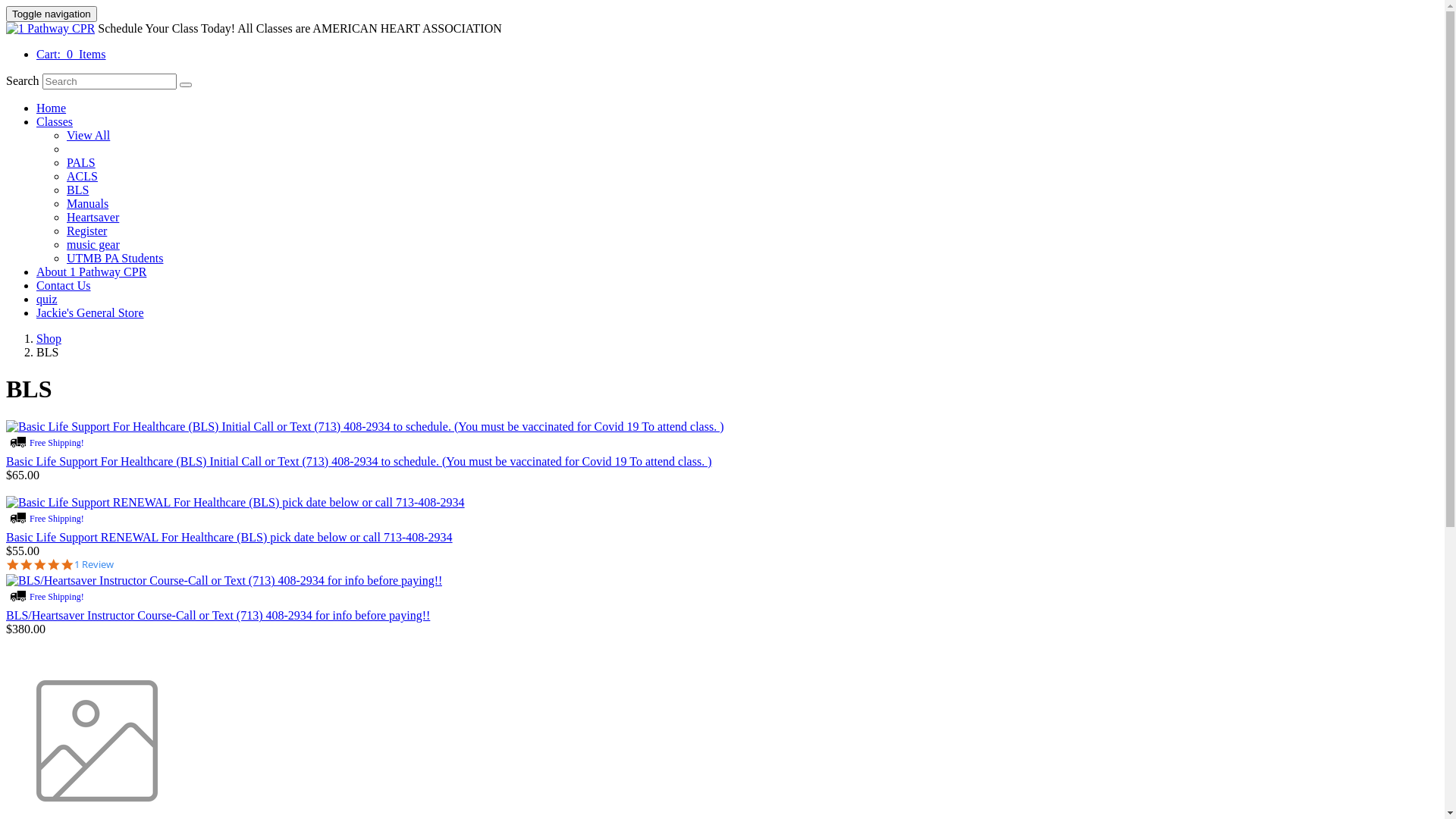 The height and width of the screenshot is (819, 1456). What do you see at coordinates (51, 107) in the screenshot?
I see `'Home'` at bounding box center [51, 107].